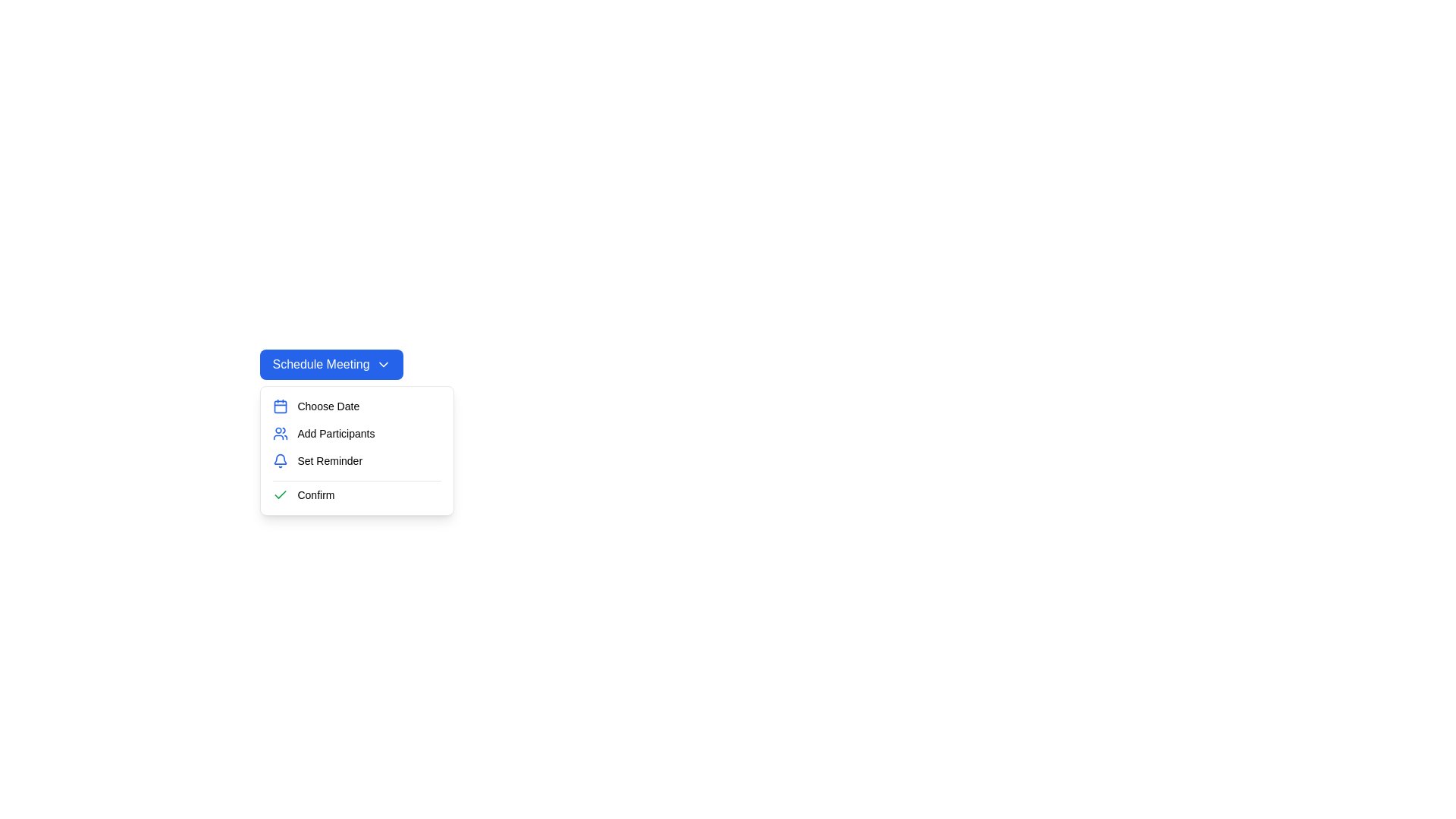  Describe the element at coordinates (329, 460) in the screenshot. I see `the 'Set Reminder' label in the dropdown menu for scheduling a meeting` at that location.